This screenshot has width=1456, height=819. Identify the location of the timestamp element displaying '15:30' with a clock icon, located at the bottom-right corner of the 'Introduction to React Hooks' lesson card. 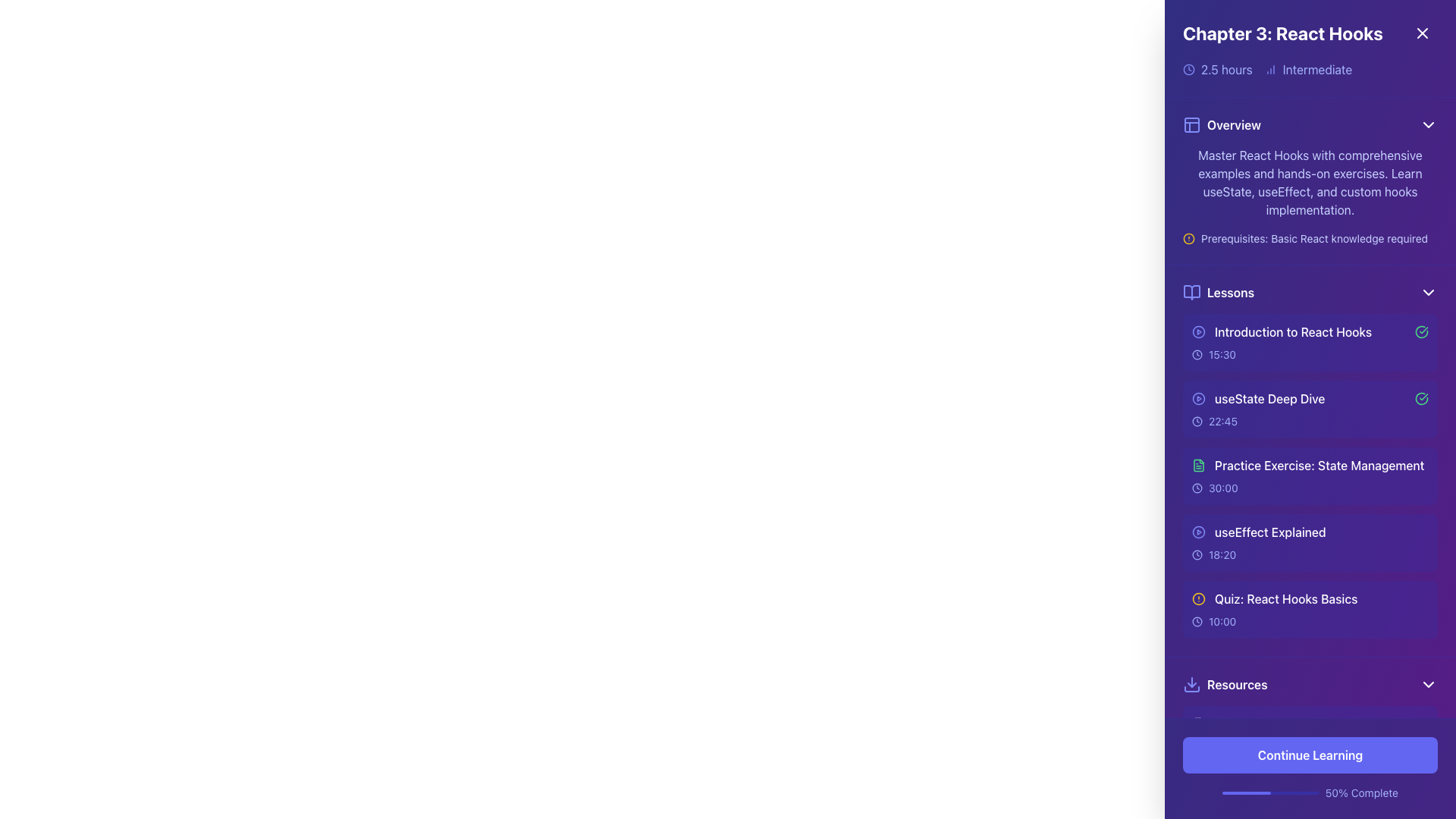
(1310, 354).